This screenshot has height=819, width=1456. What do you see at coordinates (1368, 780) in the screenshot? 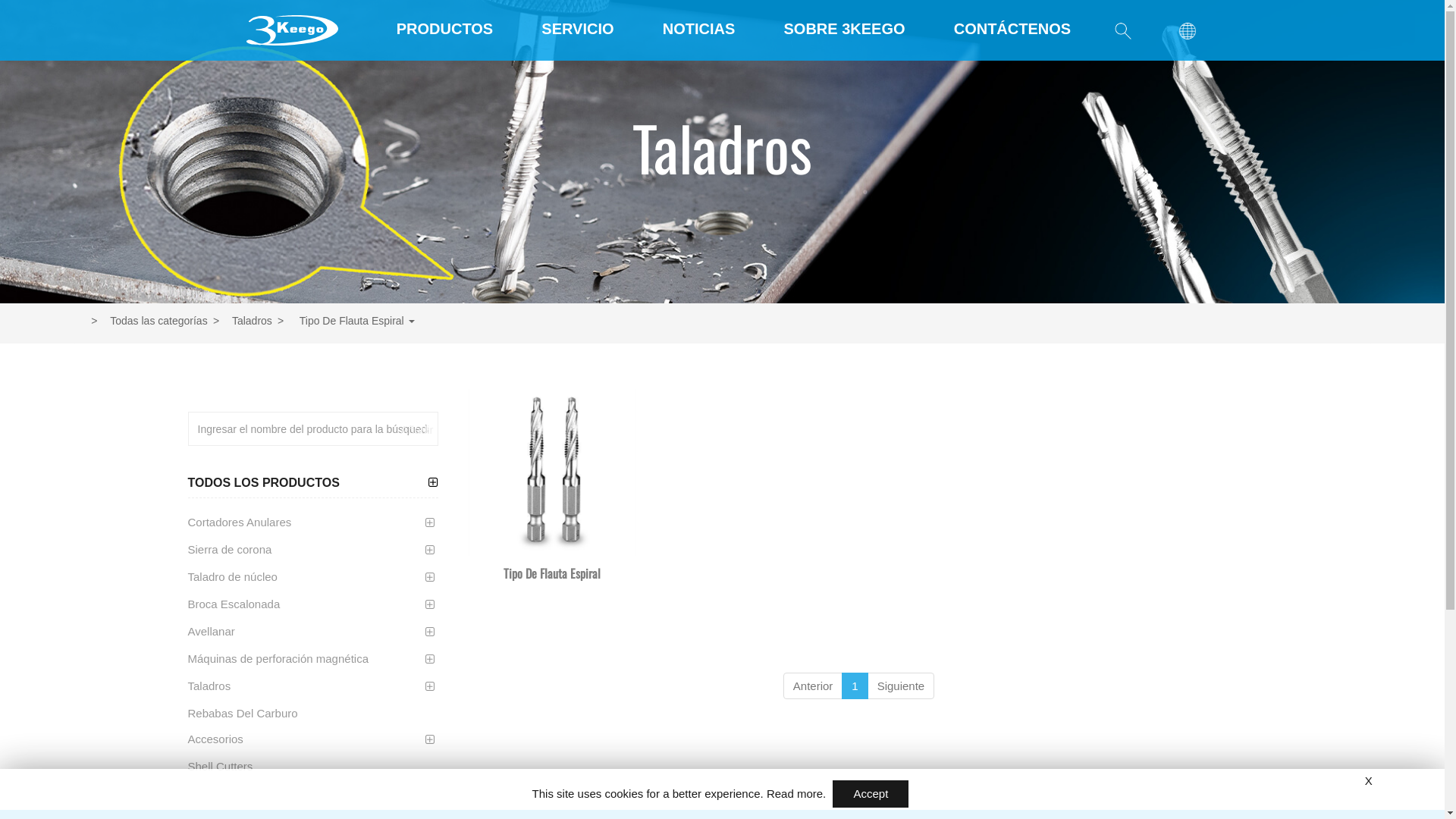
I see `'X'` at bounding box center [1368, 780].